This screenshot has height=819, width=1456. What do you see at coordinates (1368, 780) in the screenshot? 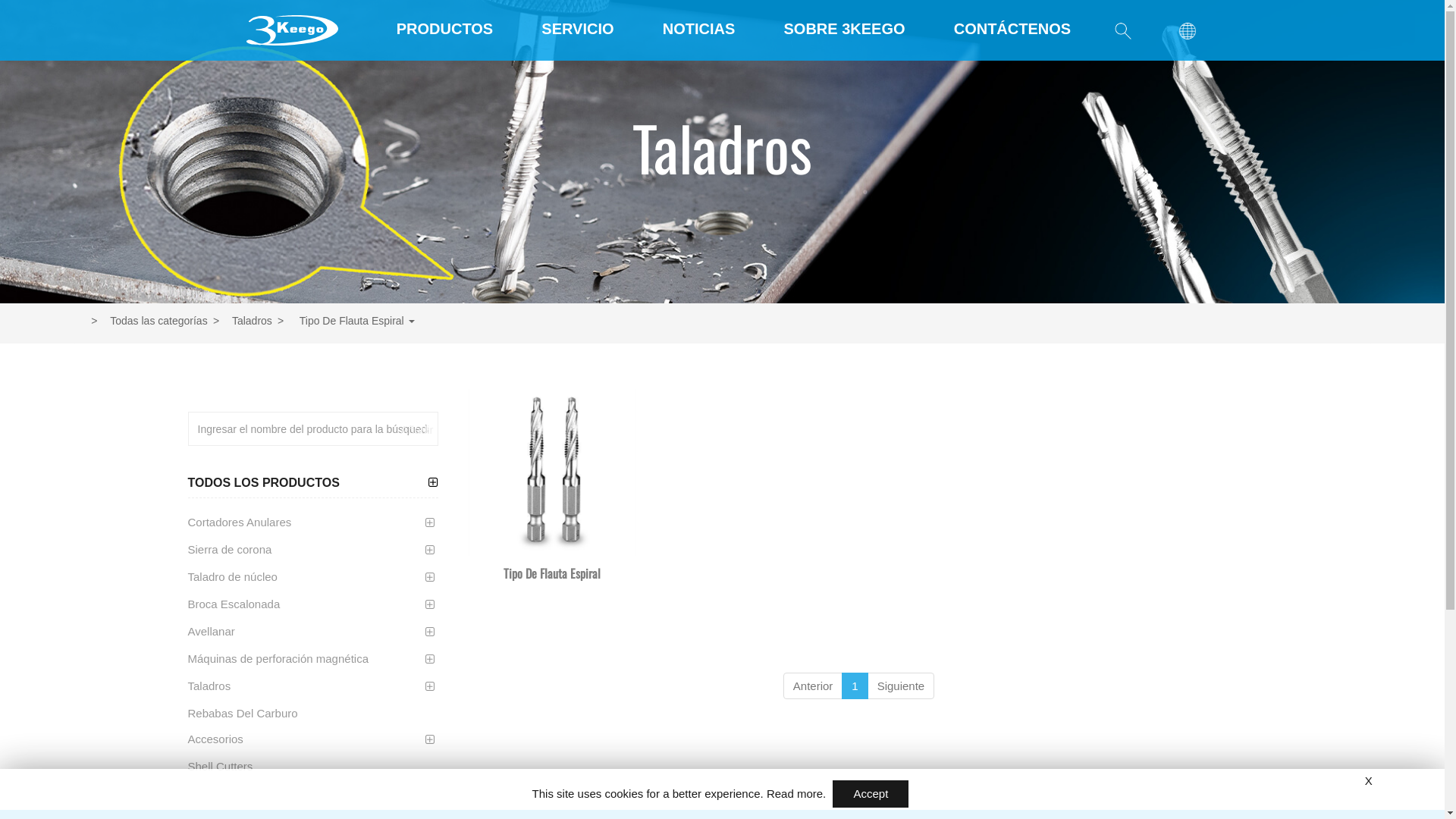
I see `'X'` at bounding box center [1368, 780].